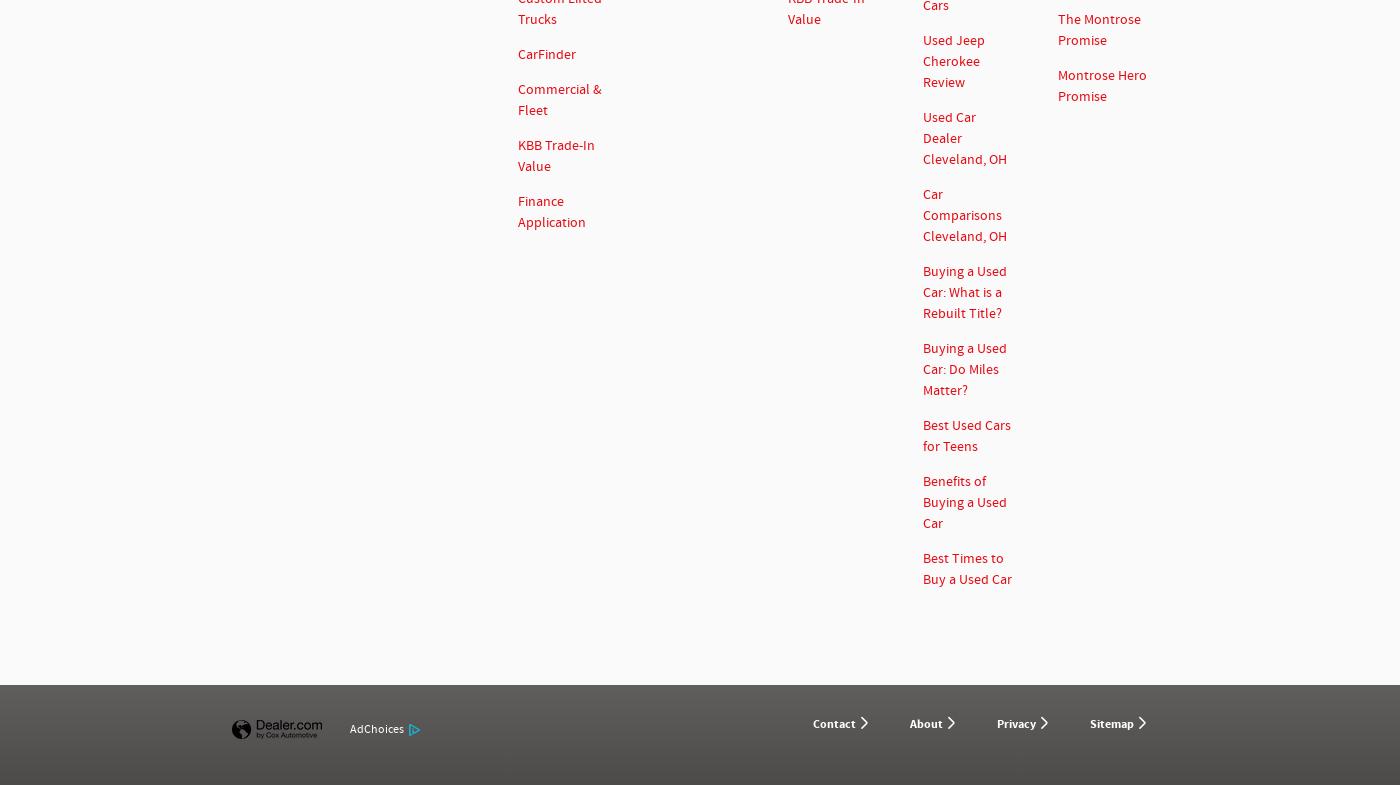 The image size is (1400, 785). I want to click on 'Buying a Used Car: Do Miles Matter?', so click(965, 368).